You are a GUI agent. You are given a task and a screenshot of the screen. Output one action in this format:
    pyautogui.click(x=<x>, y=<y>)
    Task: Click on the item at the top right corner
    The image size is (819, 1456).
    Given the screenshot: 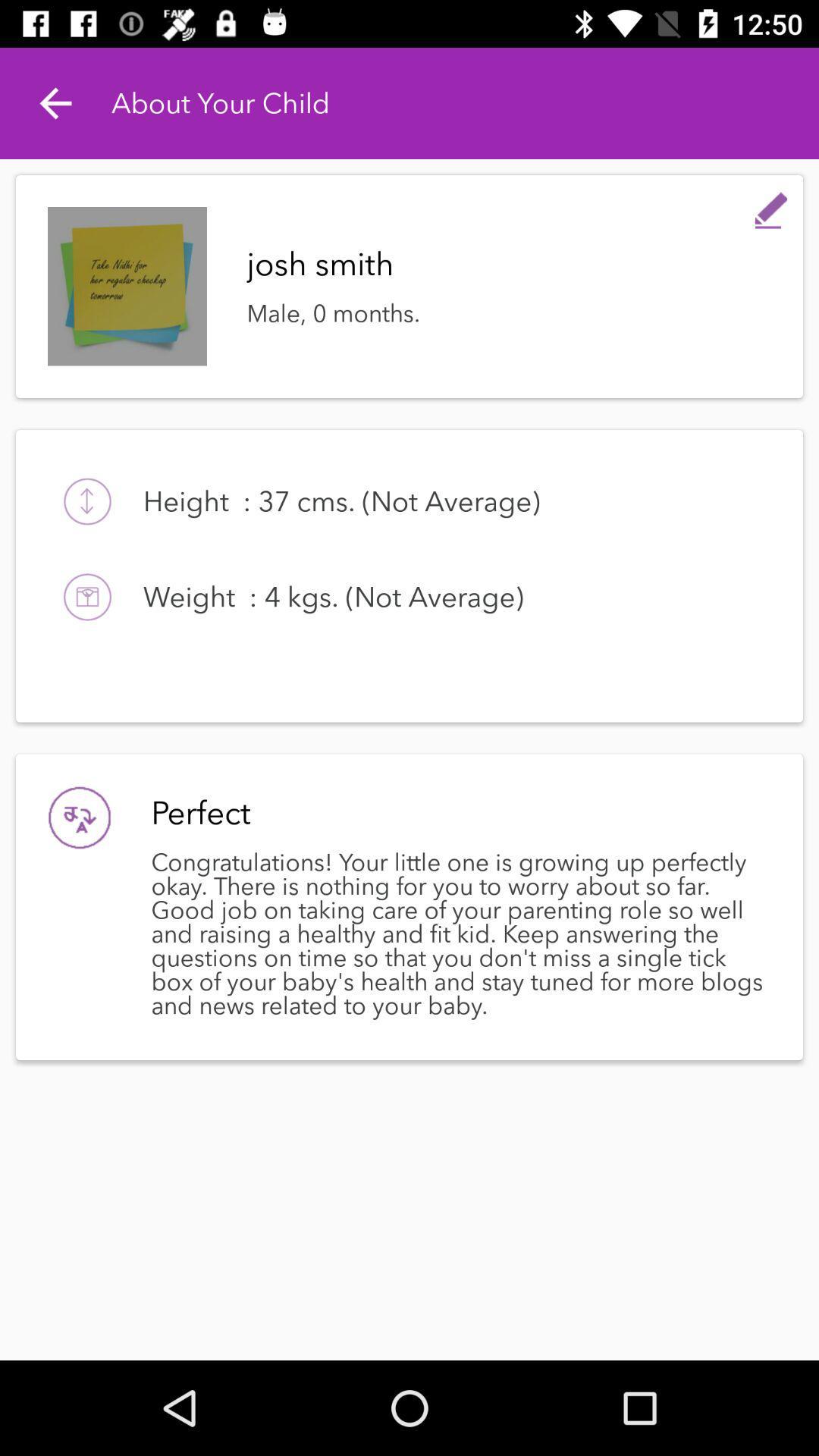 What is the action you would take?
    pyautogui.click(x=771, y=206)
    